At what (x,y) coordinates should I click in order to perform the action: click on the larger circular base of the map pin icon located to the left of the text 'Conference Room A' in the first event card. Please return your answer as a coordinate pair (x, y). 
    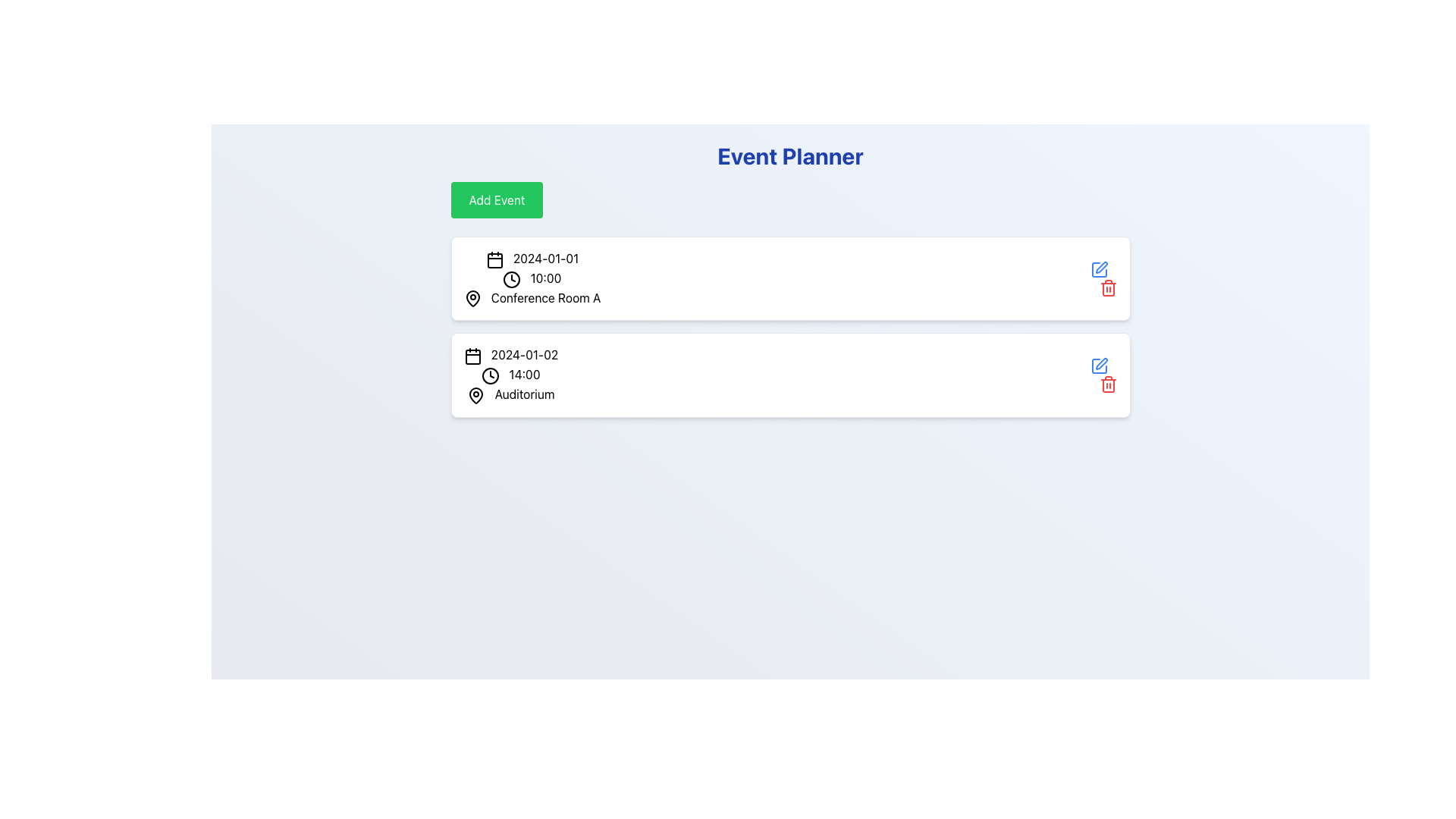
    Looking at the image, I should click on (472, 299).